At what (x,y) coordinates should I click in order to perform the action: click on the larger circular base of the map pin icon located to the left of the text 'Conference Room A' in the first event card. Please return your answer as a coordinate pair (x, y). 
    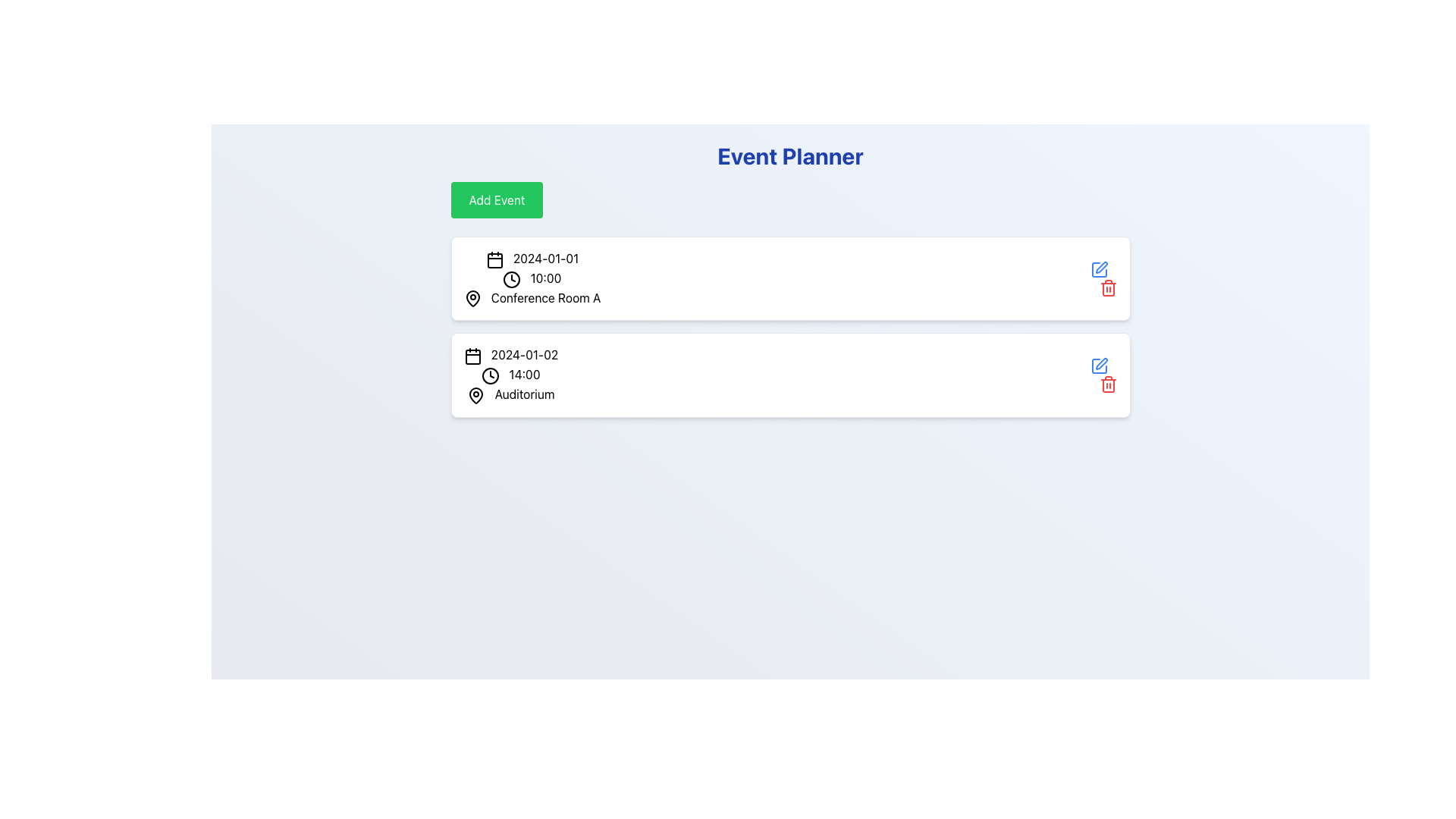
    Looking at the image, I should click on (472, 299).